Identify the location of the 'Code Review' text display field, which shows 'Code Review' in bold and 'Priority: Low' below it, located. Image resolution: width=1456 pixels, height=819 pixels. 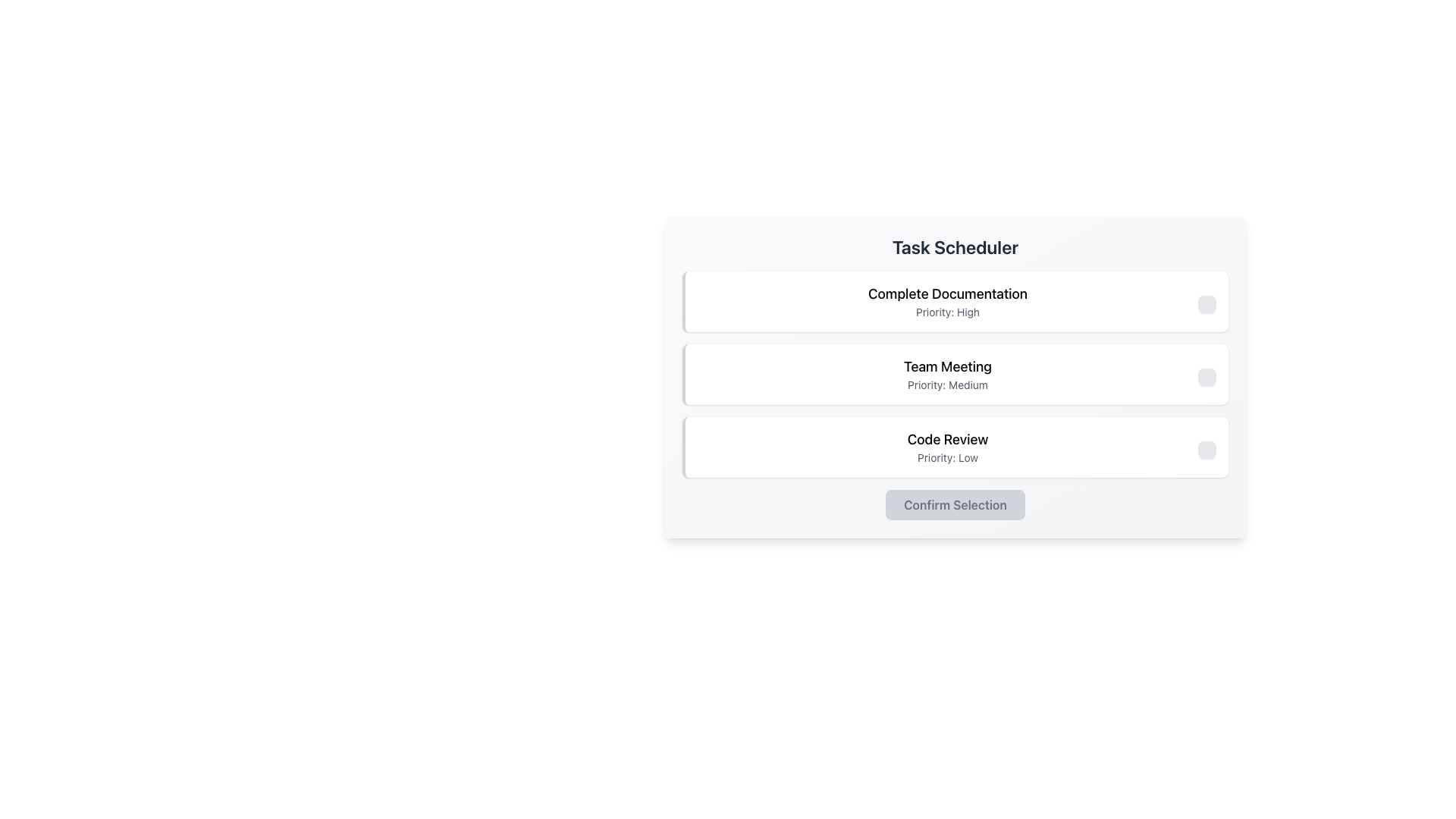
(946, 447).